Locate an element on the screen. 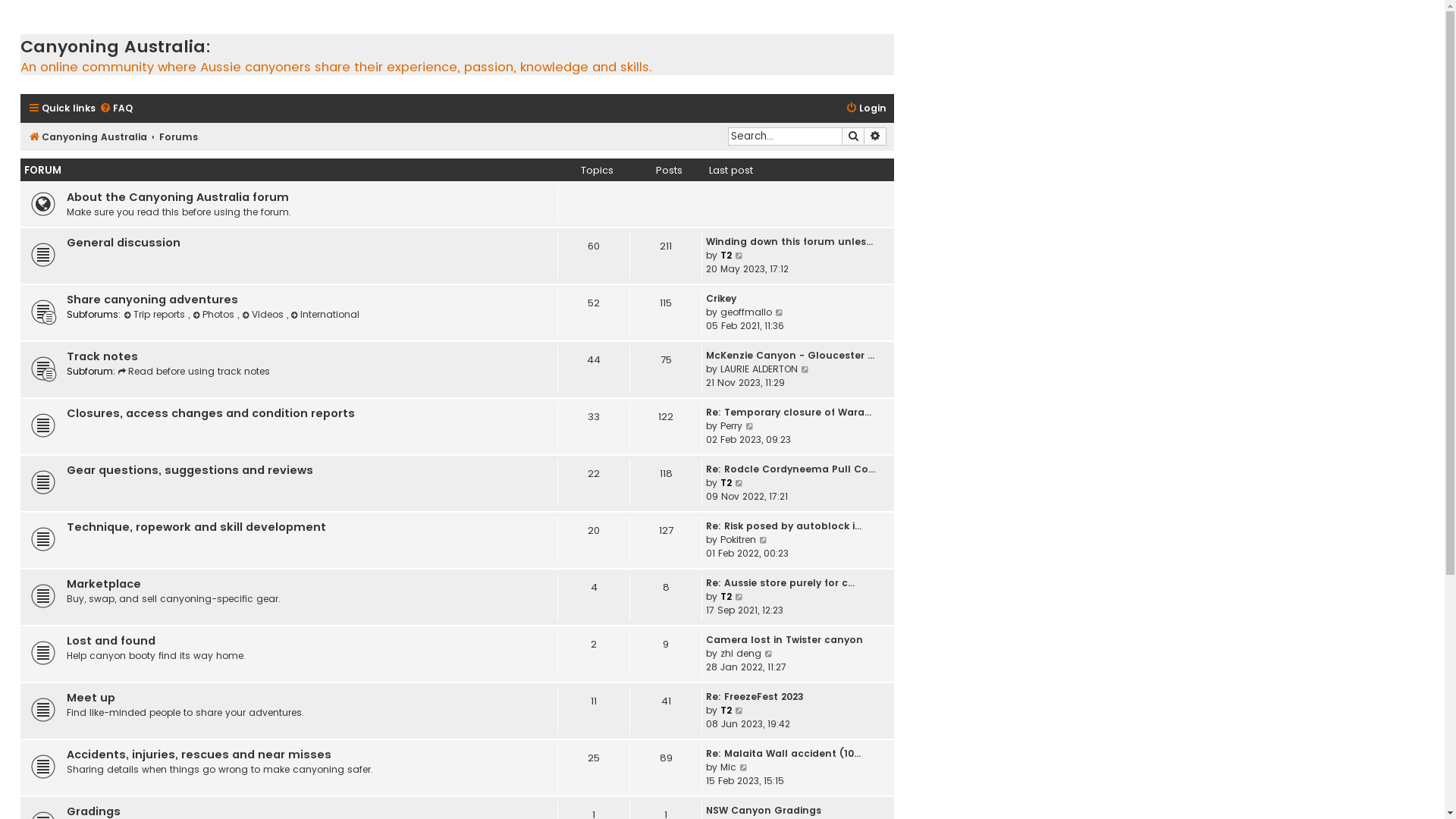 The image size is (1456, 819). 'Crikey' is located at coordinates (705, 298).